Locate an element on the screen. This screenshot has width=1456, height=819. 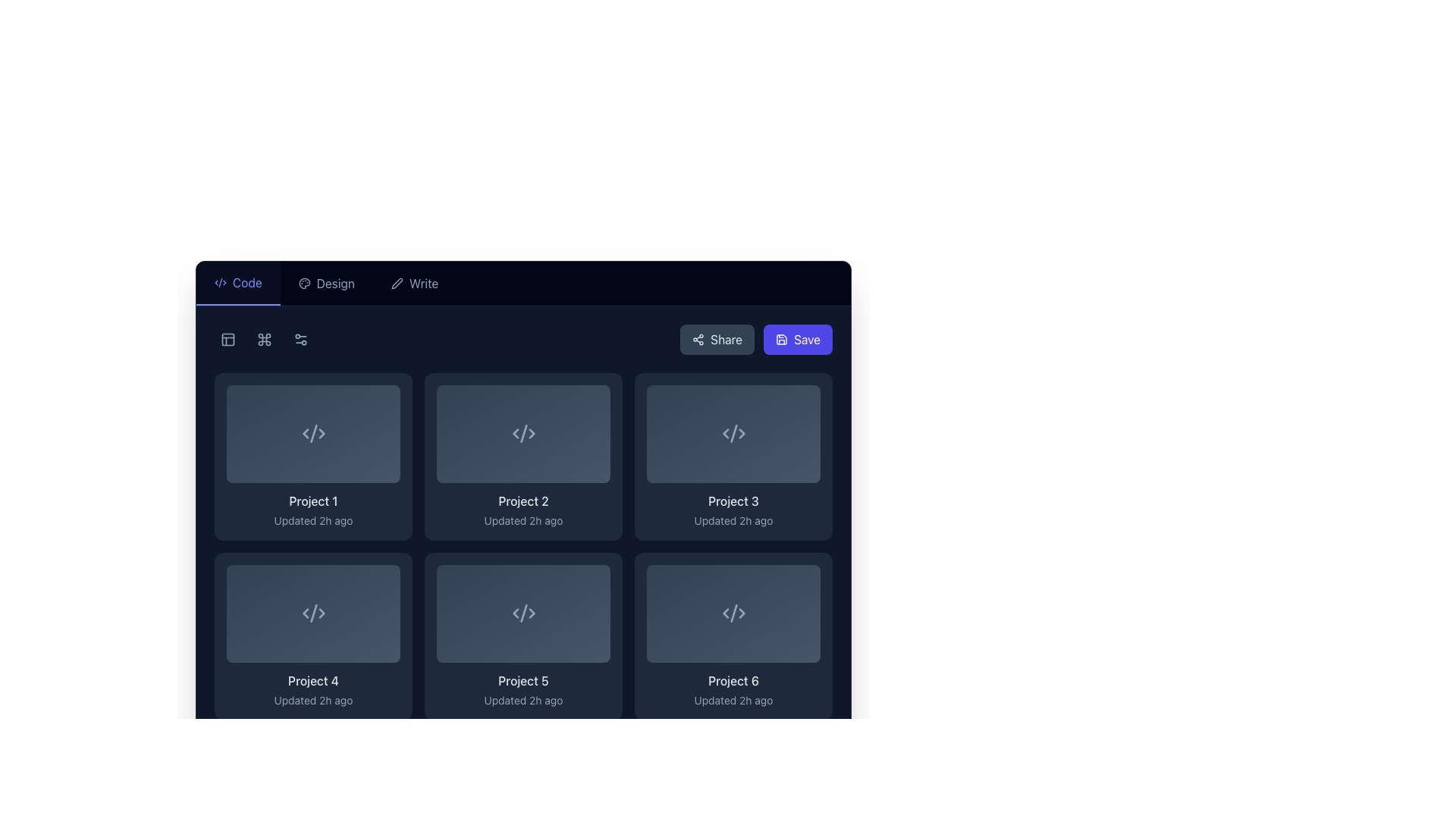
the SVG icon located at the top-right corner of the 'Project 2' card in the second row of the grid layout, which serves as an action button for layers or organization is located at coordinates (607, 388).